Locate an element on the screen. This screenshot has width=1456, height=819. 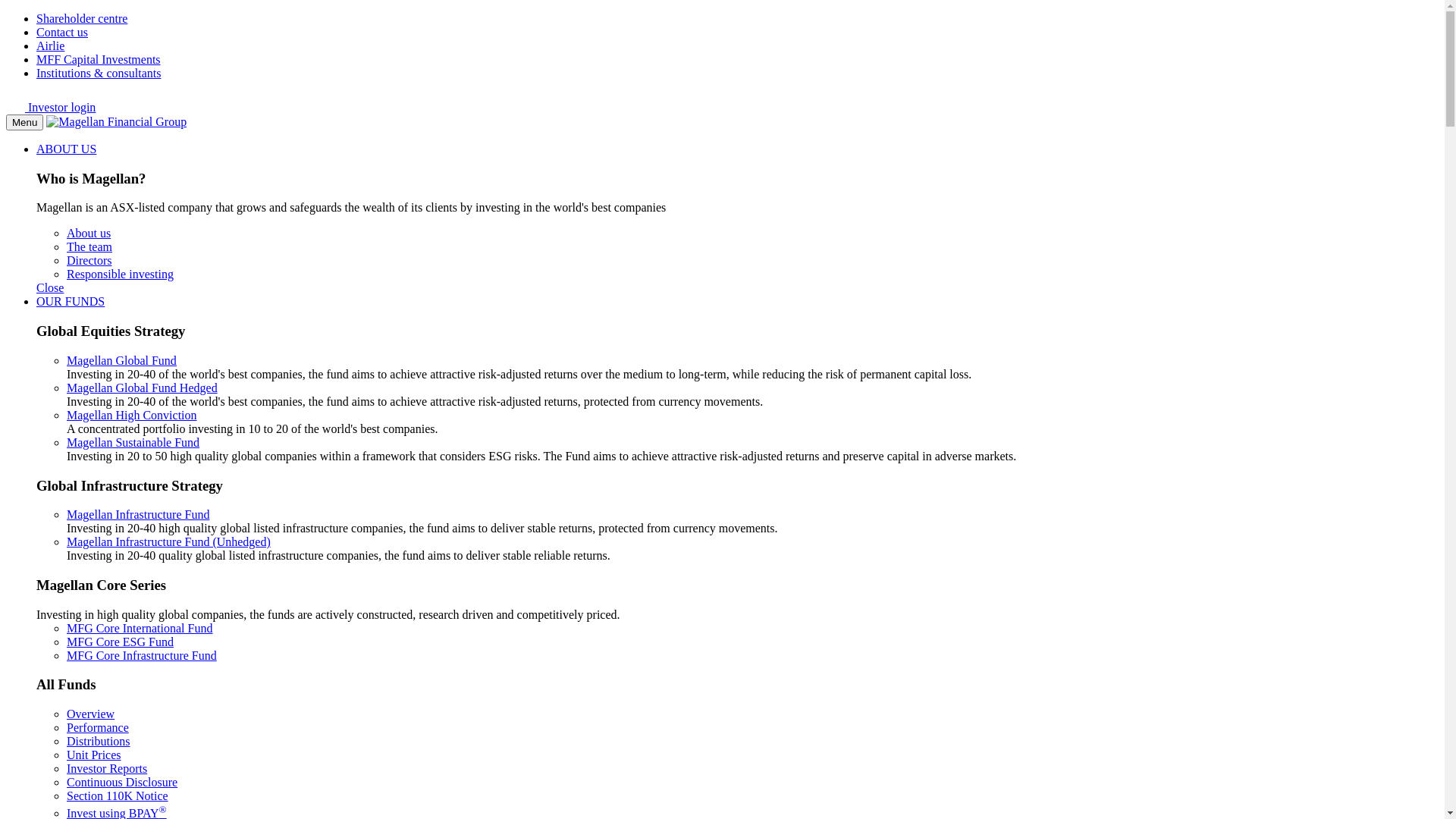
'Magellan Global Fund' is located at coordinates (121, 360).